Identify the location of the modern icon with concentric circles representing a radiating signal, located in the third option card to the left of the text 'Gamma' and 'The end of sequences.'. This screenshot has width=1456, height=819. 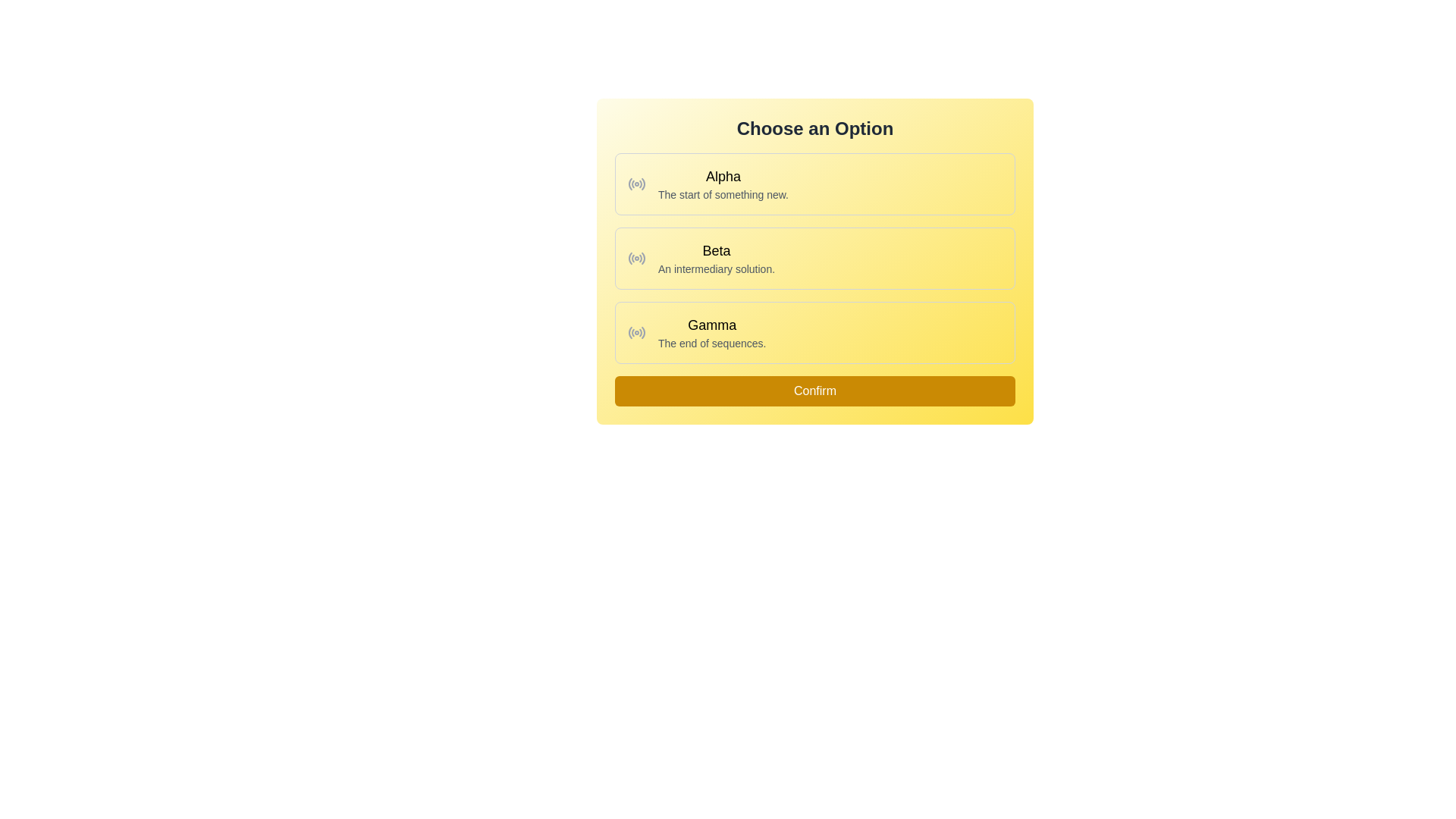
(637, 332).